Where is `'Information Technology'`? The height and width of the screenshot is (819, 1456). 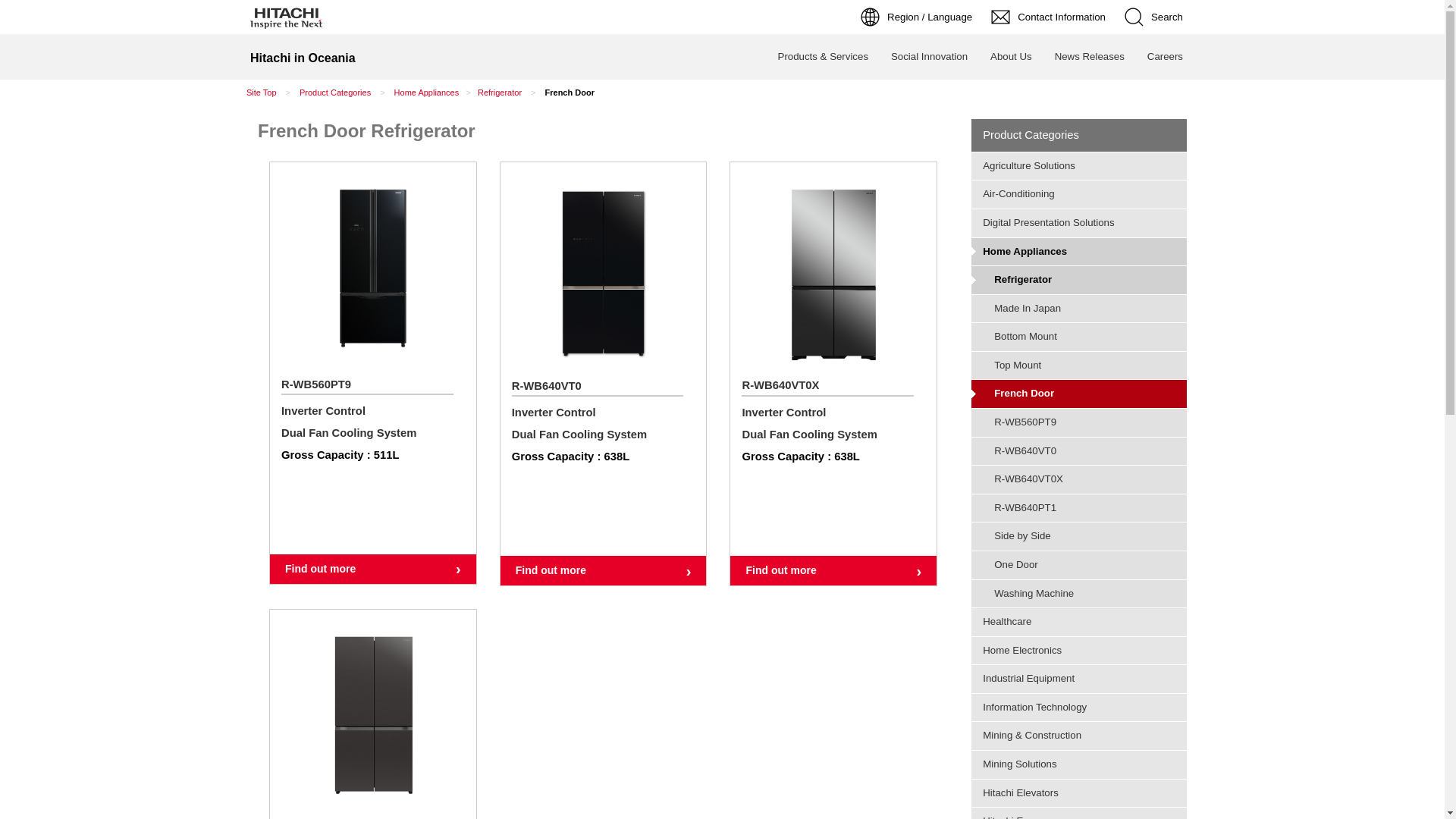
'Information Technology' is located at coordinates (1078, 708).